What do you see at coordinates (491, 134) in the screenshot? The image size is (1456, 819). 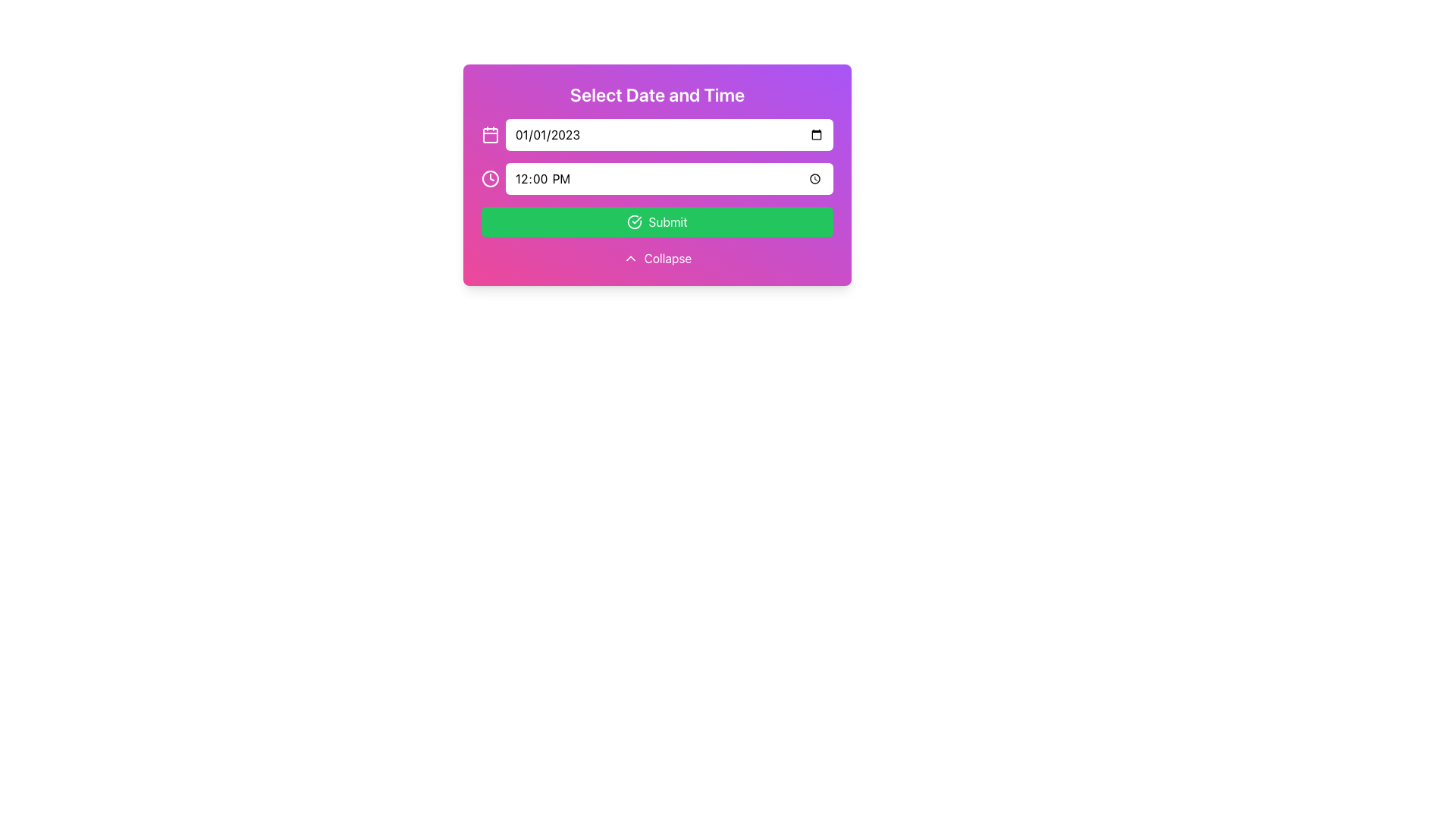 I see `the main rectangular part of the calendar icon within the SVG graphic, which indicates the date selection functionality` at bounding box center [491, 134].